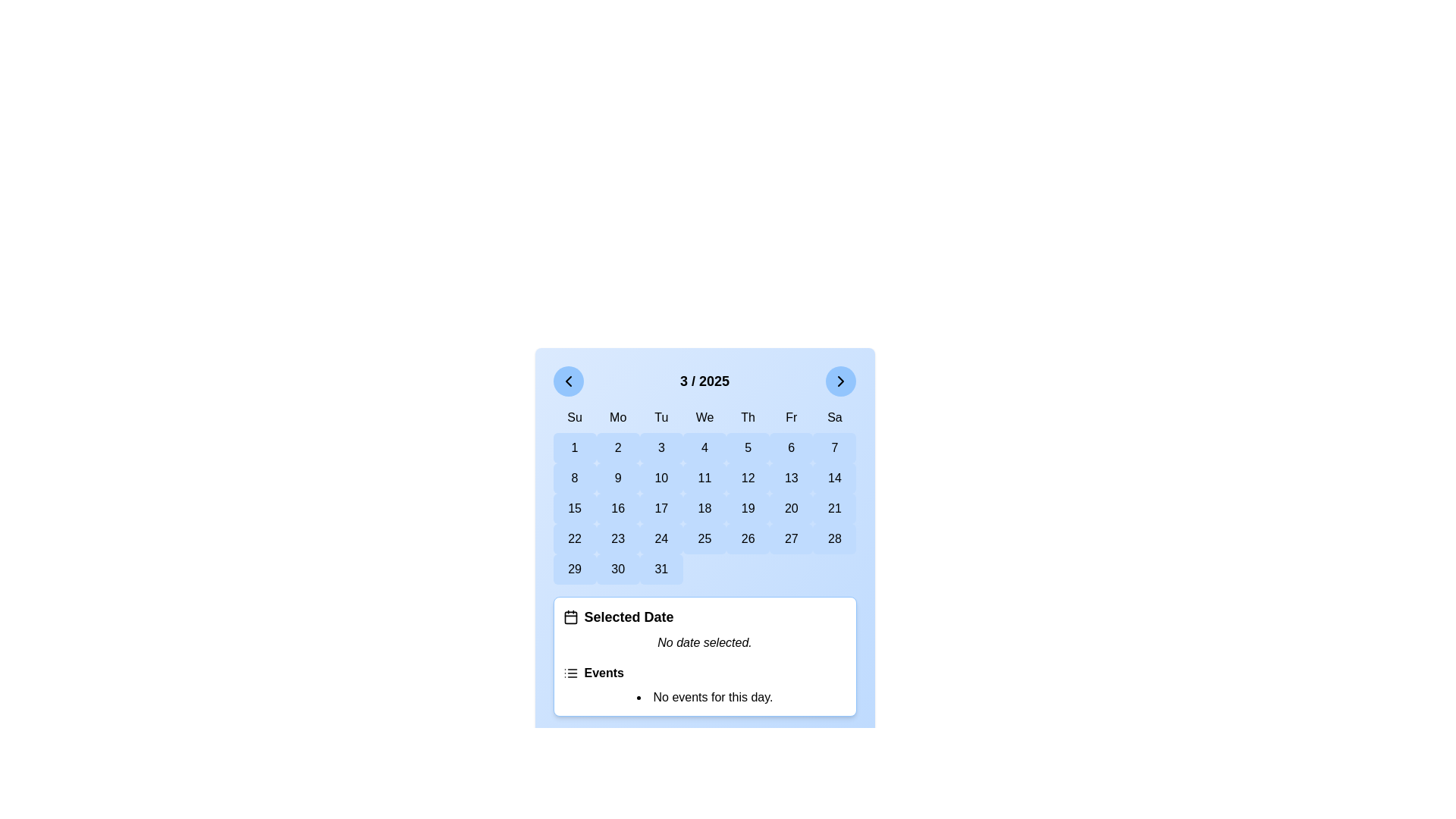  What do you see at coordinates (833, 447) in the screenshot?
I see `the rounded rectangular button labeled '7' with a light blue background` at bounding box center [833, 447].